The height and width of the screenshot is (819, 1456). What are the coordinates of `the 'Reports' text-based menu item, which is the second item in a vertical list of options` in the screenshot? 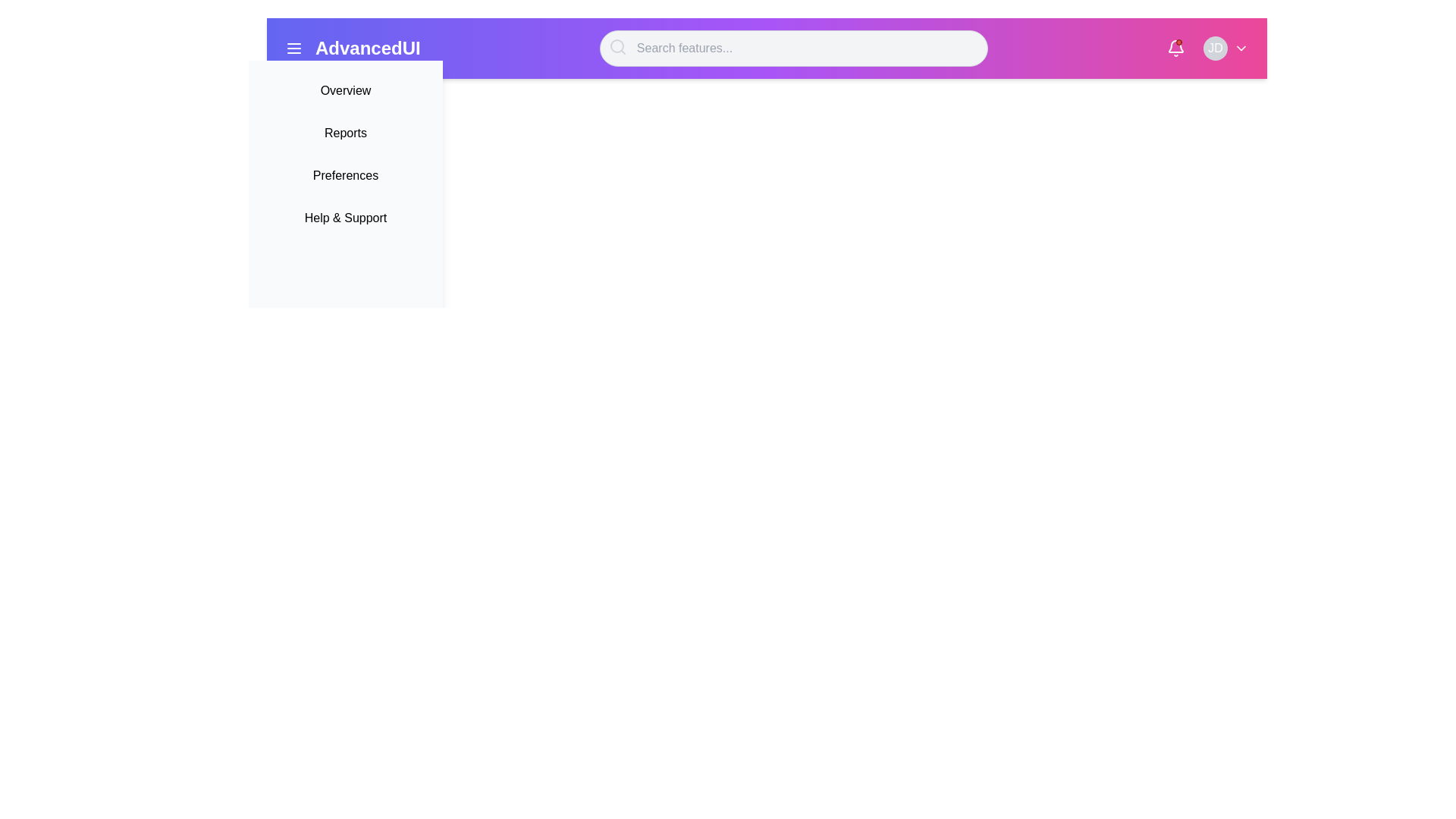 It's located at (345, 133).